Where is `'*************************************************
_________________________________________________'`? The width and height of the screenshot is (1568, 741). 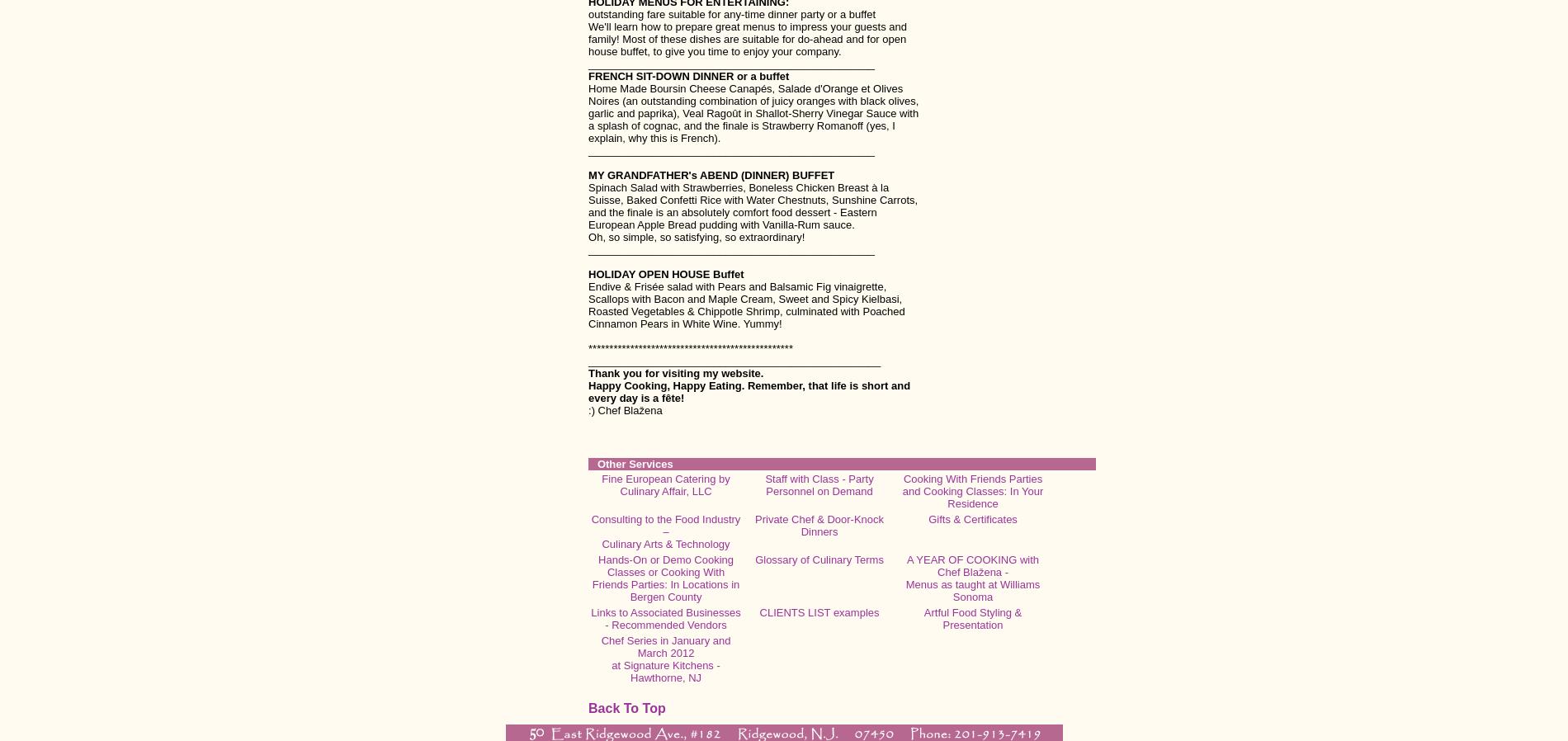
'*************************************************
_________________________________________________' is located at coordinates (733, 354).